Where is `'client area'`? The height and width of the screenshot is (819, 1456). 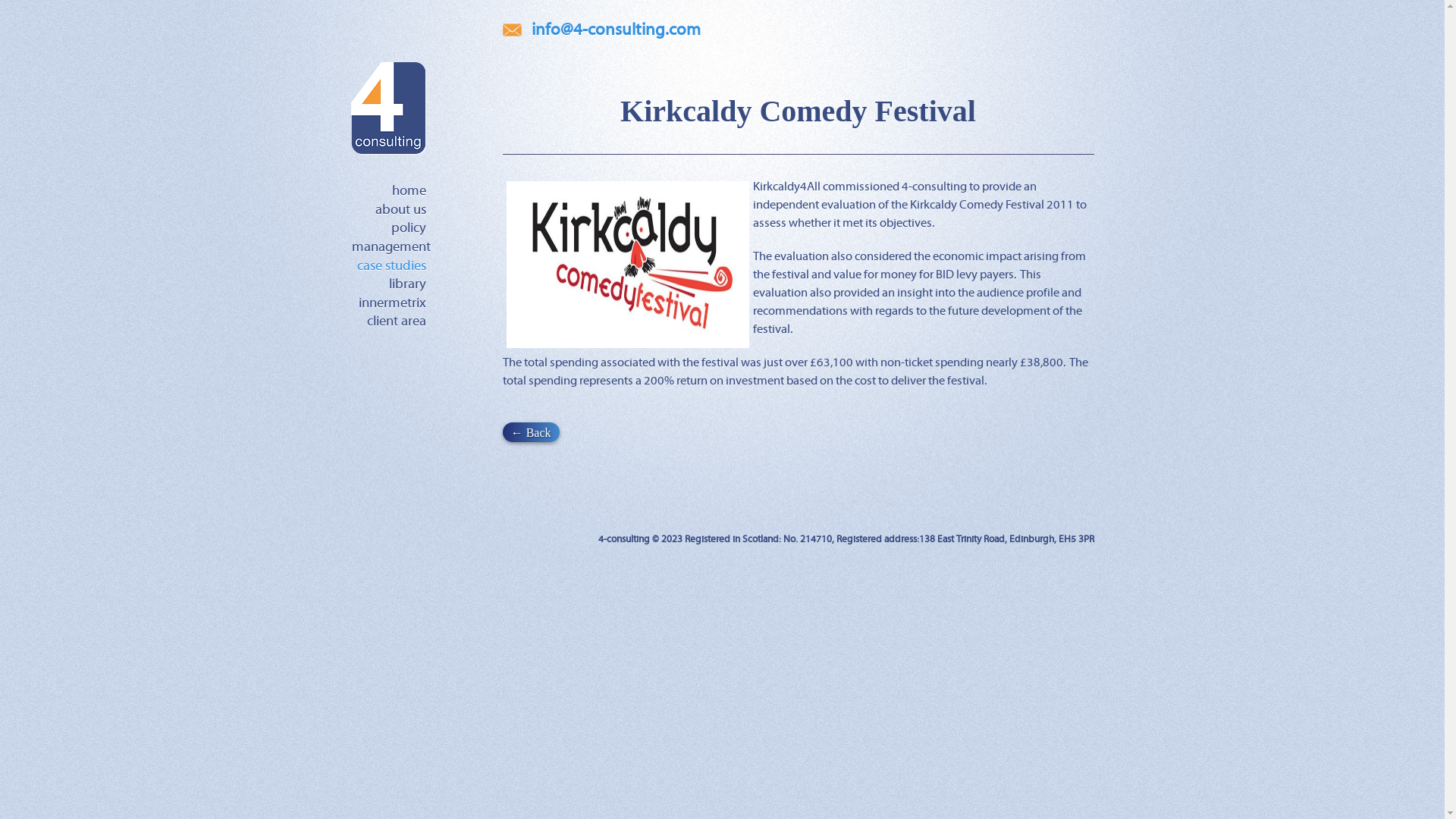 'client area' is located at coordinates (397, 321).